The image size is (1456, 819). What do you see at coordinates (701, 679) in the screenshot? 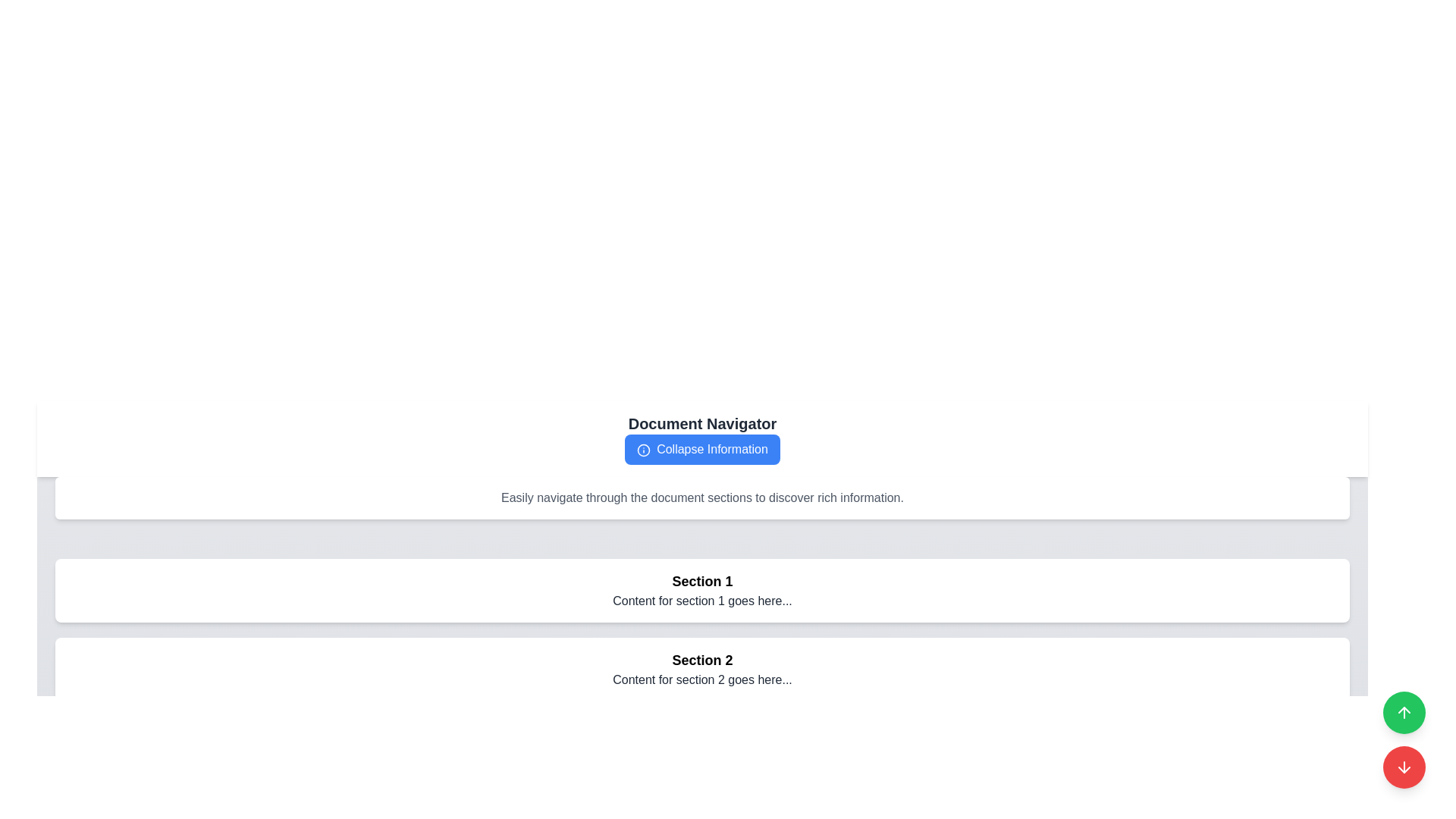
I see `the static text element that displays detailed information, located below the title 'Section 2' in the lower half of the interface` at bounding box center [701, 679].